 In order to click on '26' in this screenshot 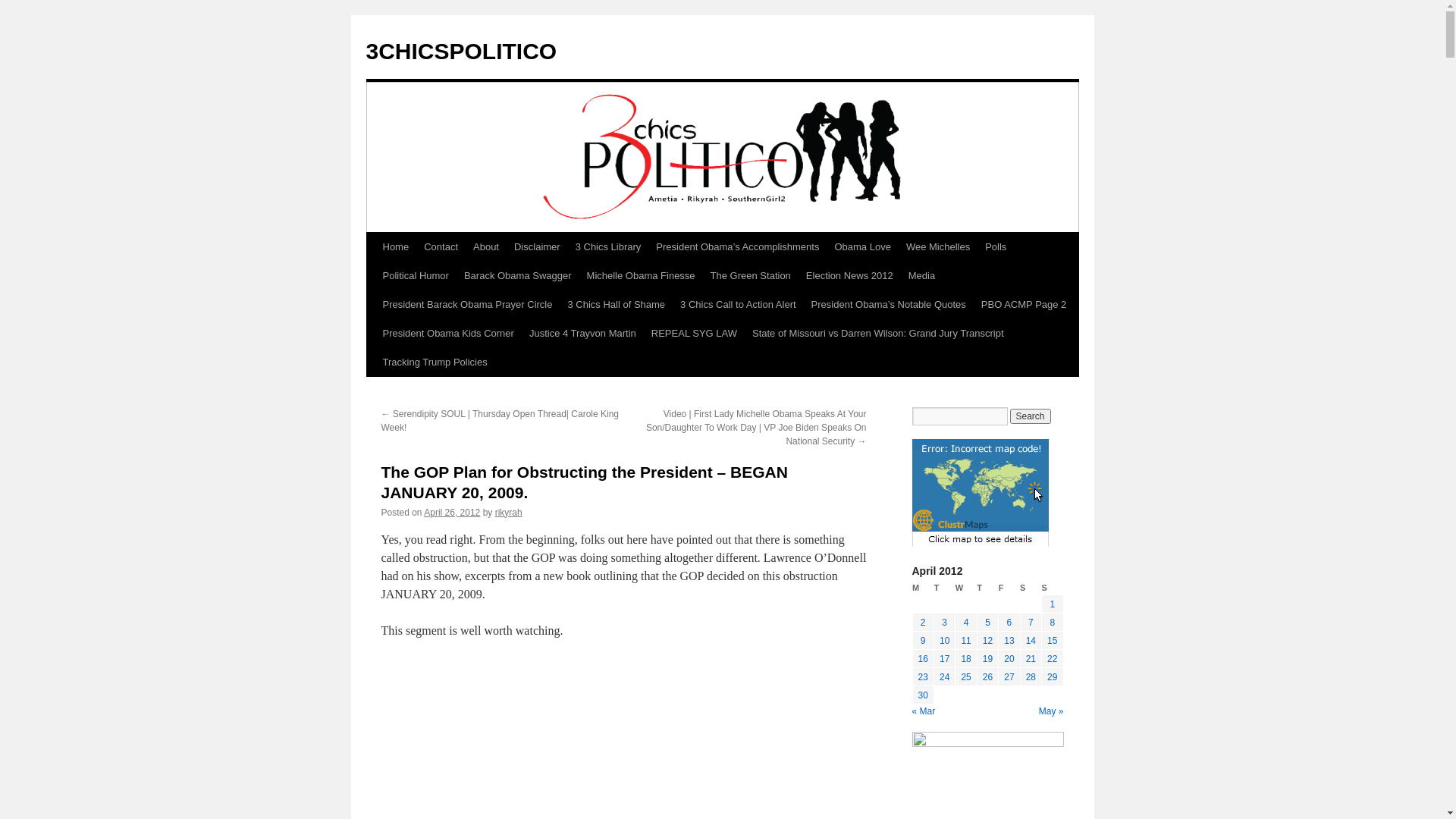, I will do `click(987, 676)`.